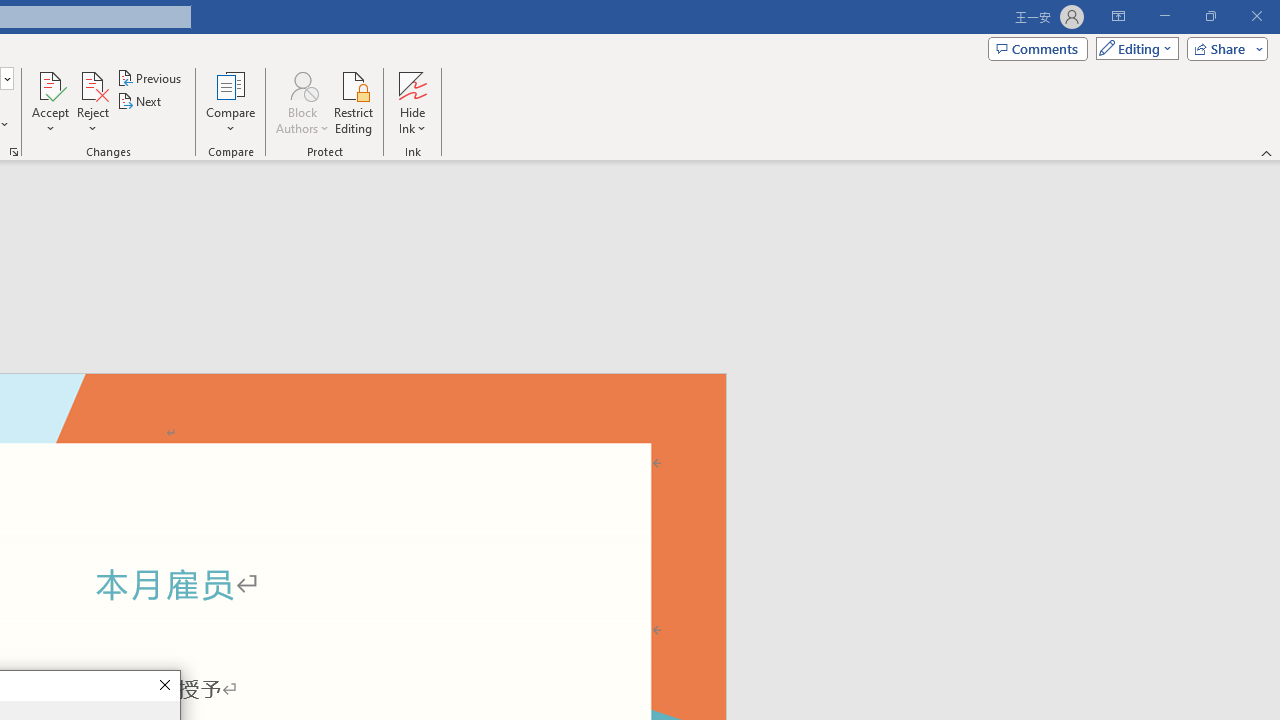 The image size is (1280, 720). Describe the element at coordinates (91, 84) in the screenshot. I see `'Reject and Move to Next'` at that location.